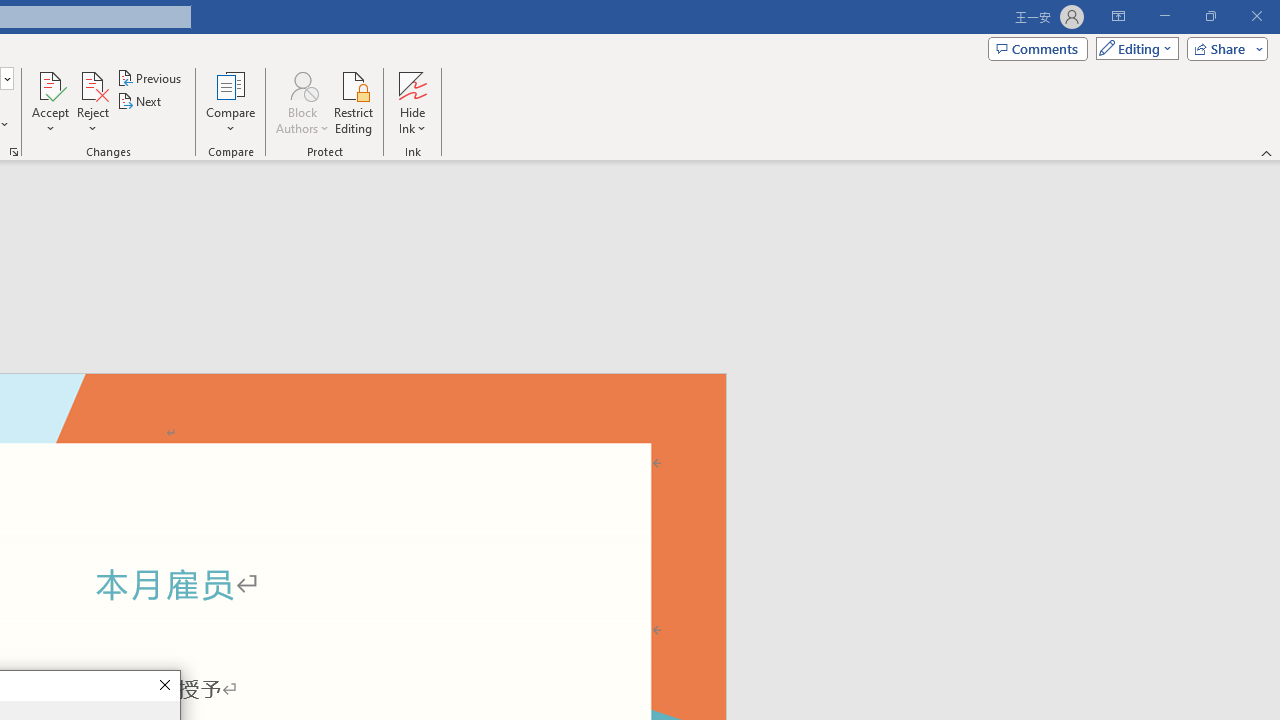 The image size is (1280, 720). Describe the element at coordinates (91, 84) in the screenshot. I see `'Reject and Move to Next'` at that location.